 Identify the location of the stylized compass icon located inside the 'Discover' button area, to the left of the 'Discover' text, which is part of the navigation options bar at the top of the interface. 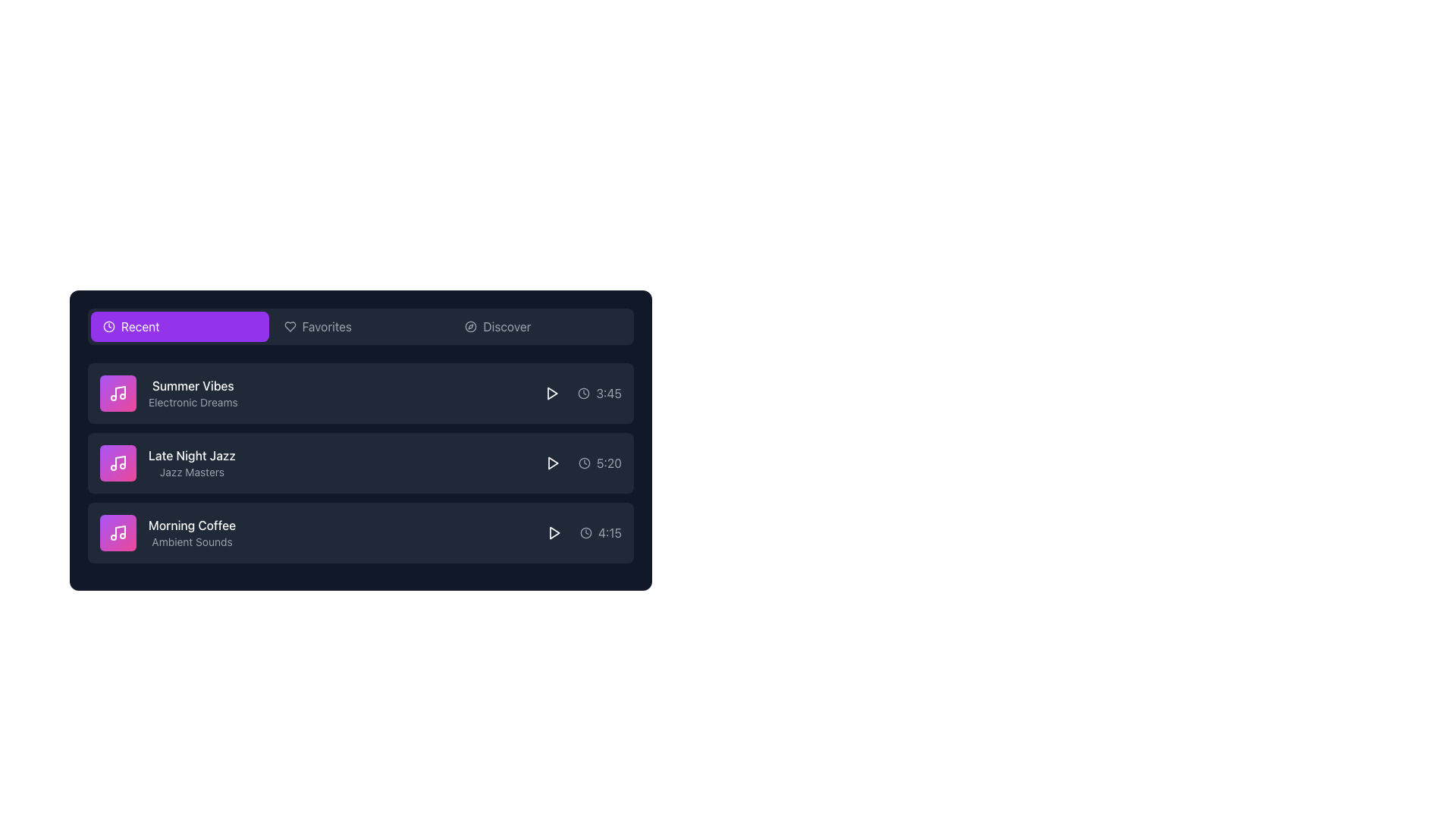
(470, 326).